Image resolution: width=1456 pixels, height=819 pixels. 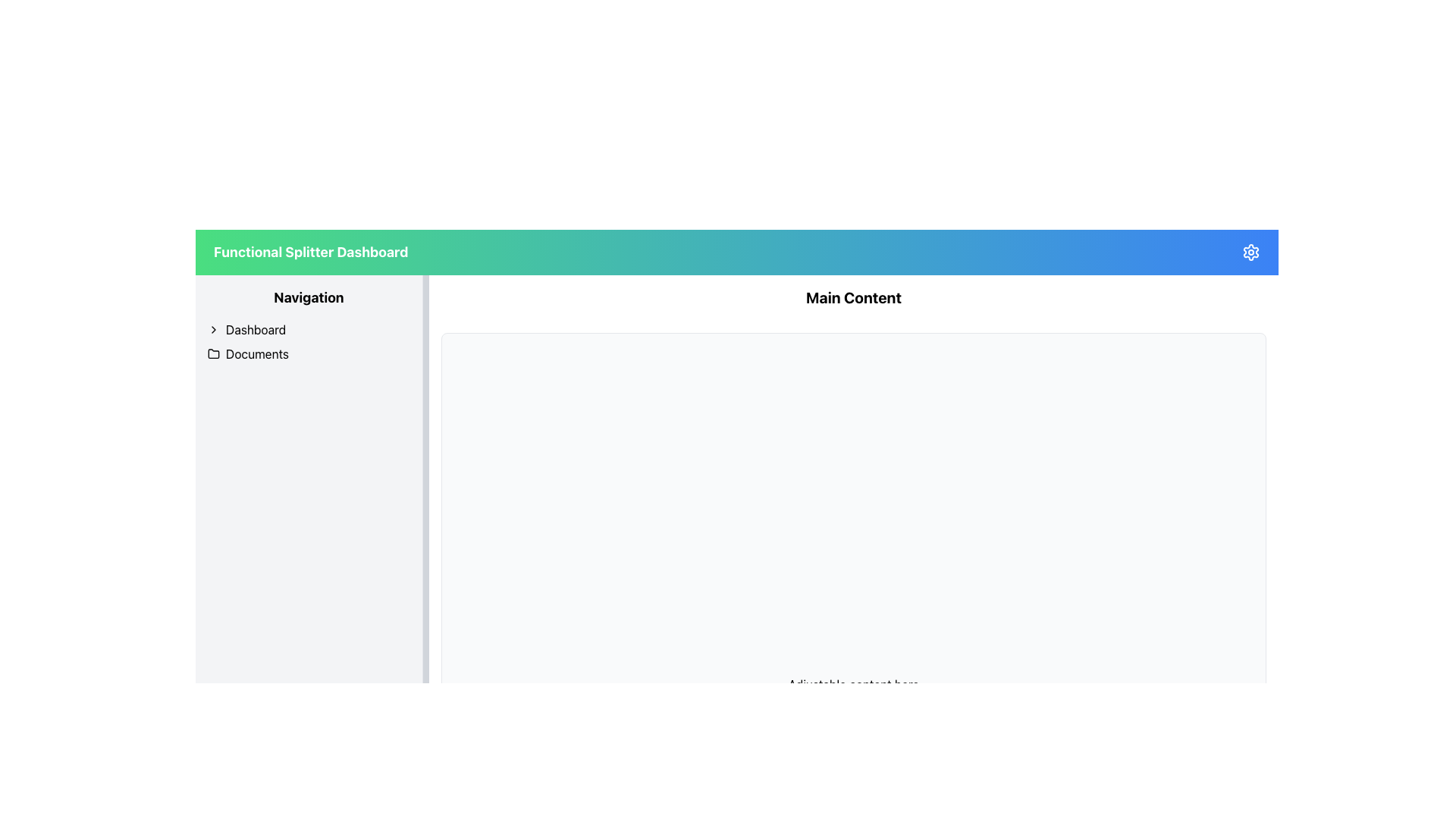 I want to click on the text label displaying 'Functional Splitter Dashboard' which is styled in bold white font on a gradient background from green to blue, located in the header bar on the left side of the interface, so click(x=310, y=251).